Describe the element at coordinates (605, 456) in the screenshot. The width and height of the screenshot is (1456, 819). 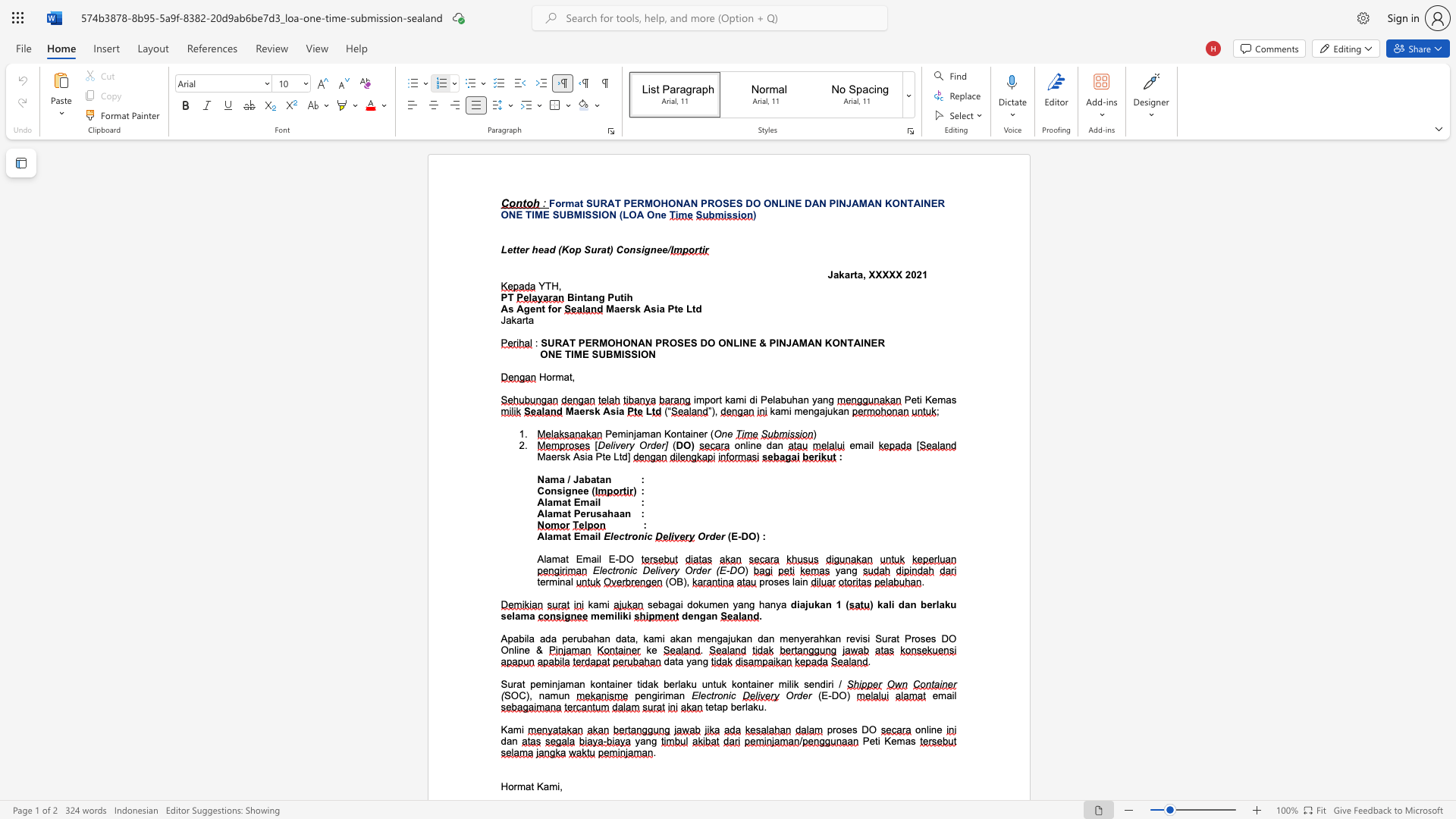
I see `the space between the continuous character "t" and "e" in the text` at that location.